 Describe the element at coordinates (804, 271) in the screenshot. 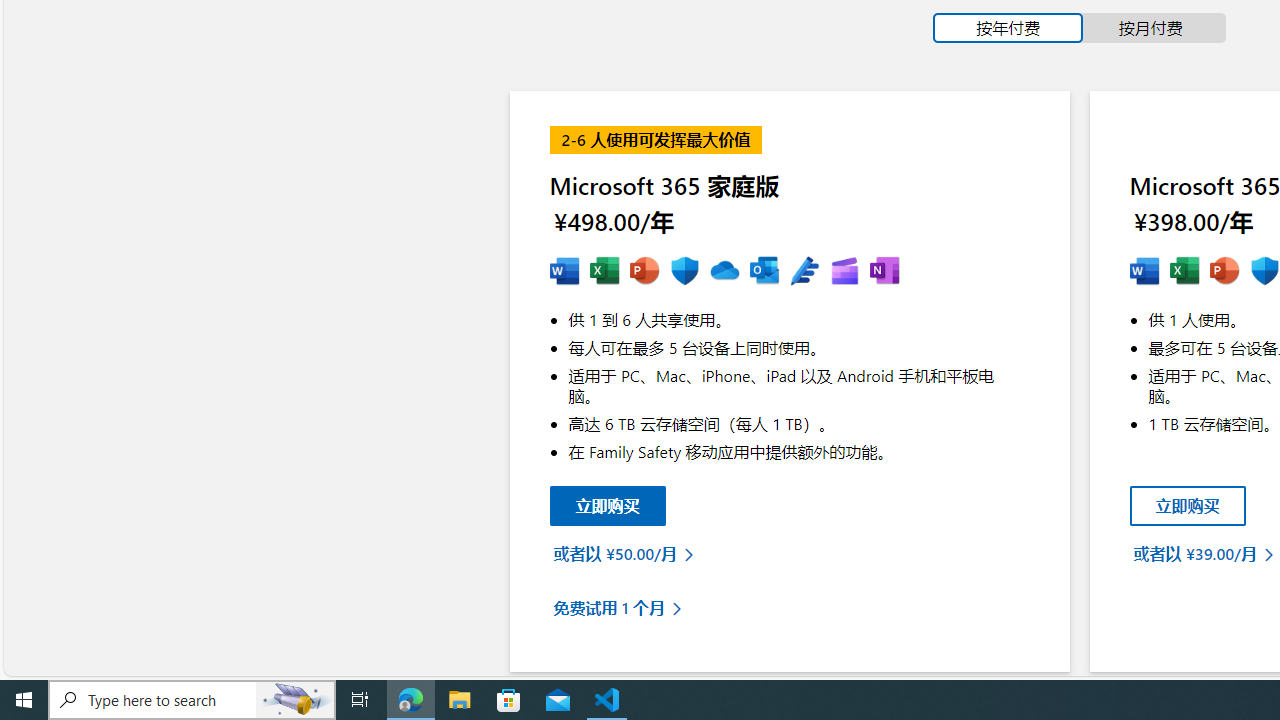

I see `'MS Editor'` at that location.